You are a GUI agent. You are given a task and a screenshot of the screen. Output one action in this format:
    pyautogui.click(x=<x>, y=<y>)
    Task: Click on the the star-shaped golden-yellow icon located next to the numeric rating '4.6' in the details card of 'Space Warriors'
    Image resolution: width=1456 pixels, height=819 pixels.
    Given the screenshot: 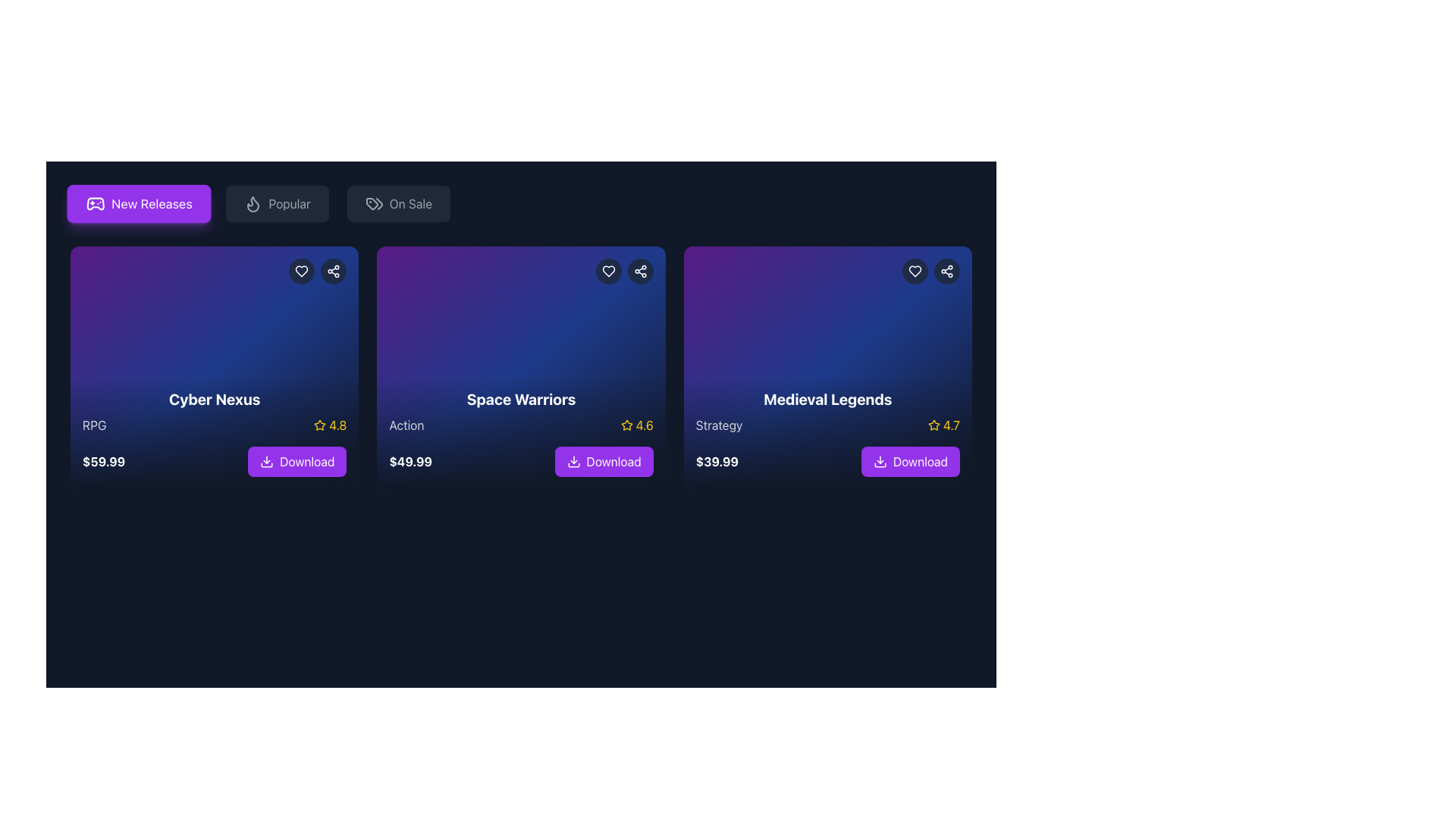 What is the action you would take?
    pyautogui.click(x=626, y=425)
    